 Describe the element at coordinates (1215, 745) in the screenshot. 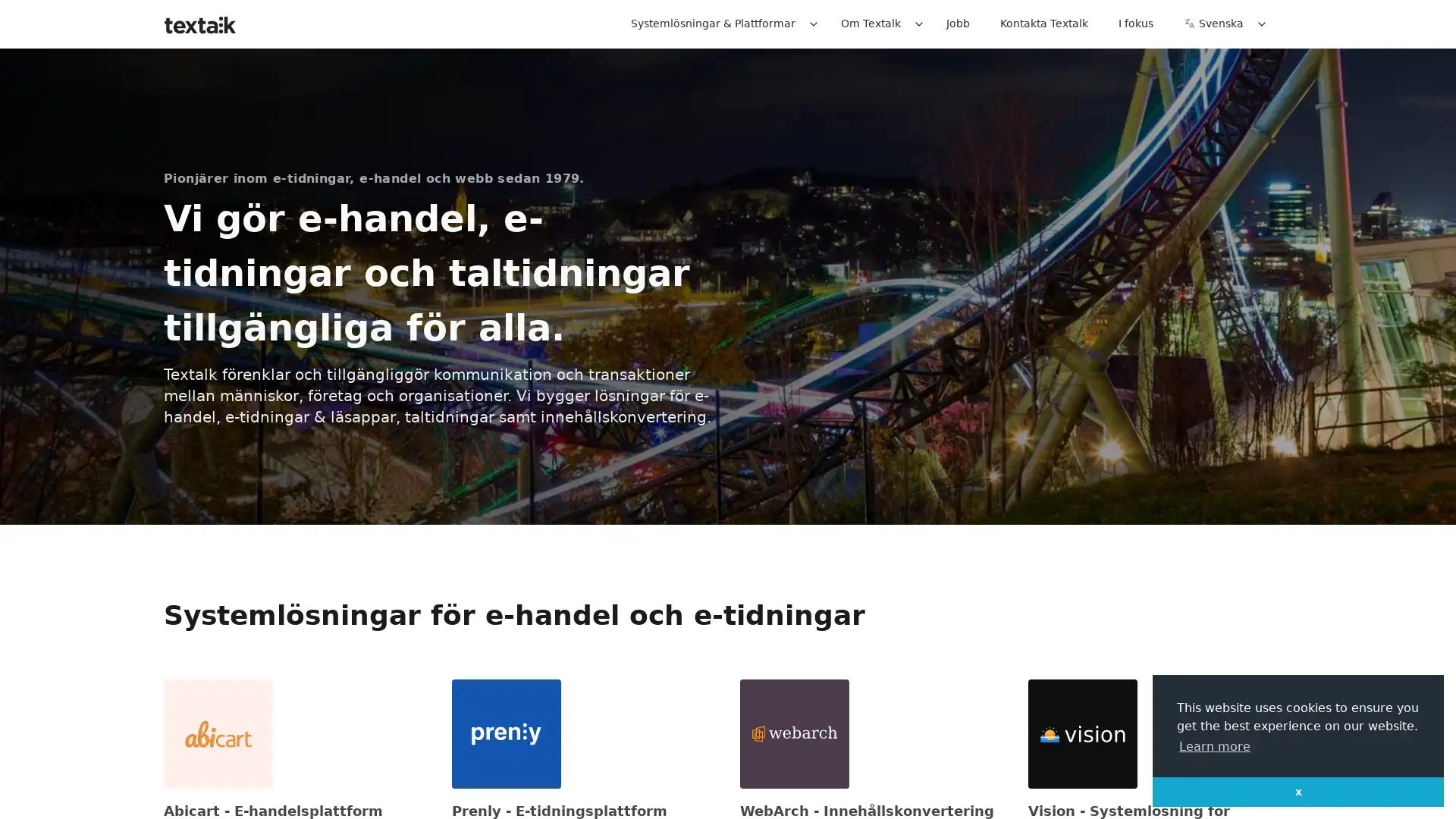

I see `learn more about cookies` at that location.